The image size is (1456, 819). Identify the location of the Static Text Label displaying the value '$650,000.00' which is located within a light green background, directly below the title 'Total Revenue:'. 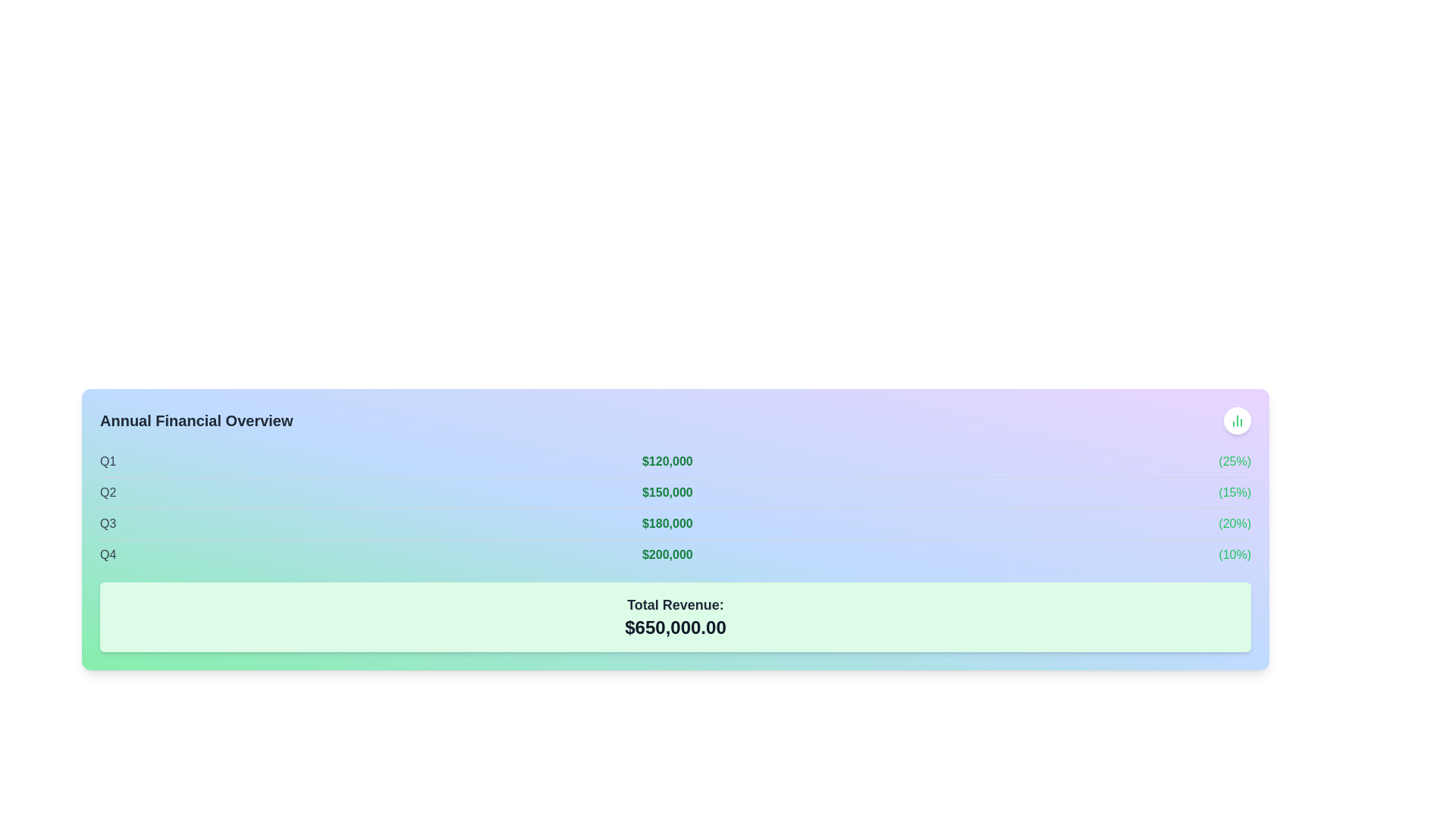
(675, 628).